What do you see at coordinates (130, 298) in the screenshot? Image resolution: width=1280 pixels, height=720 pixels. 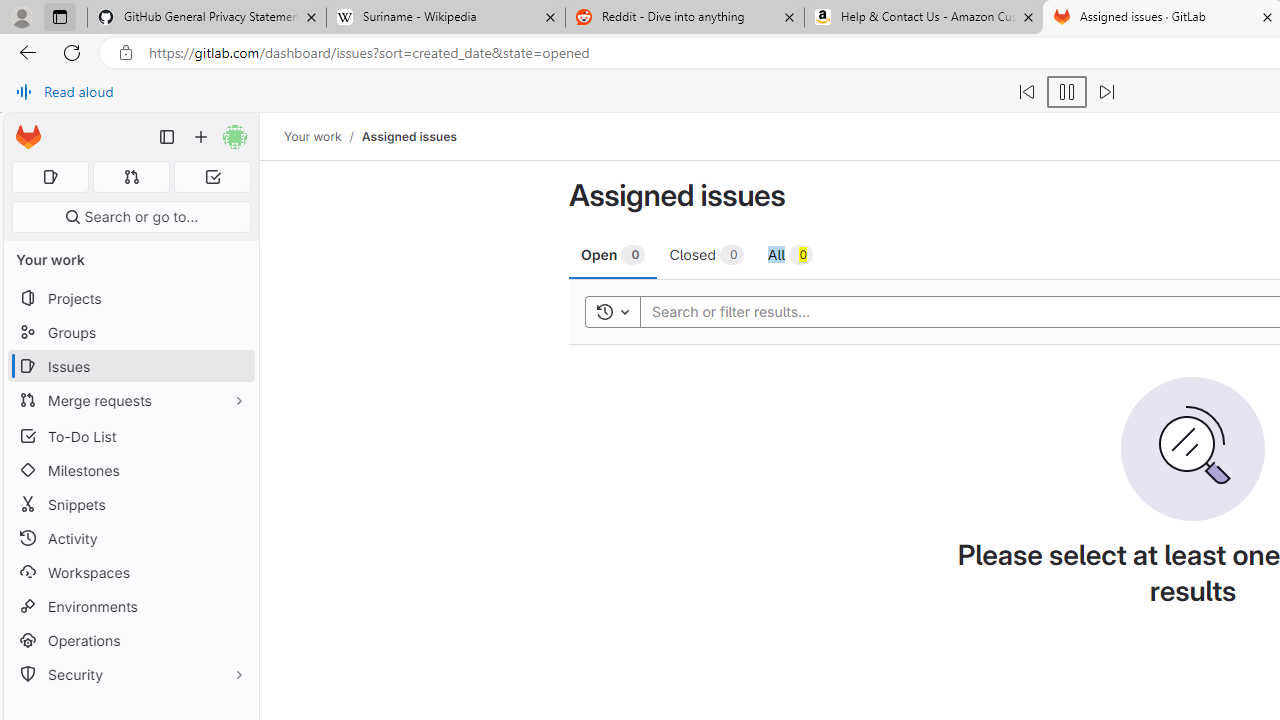 I see `'Projects'` at bounding box center [130, 298].